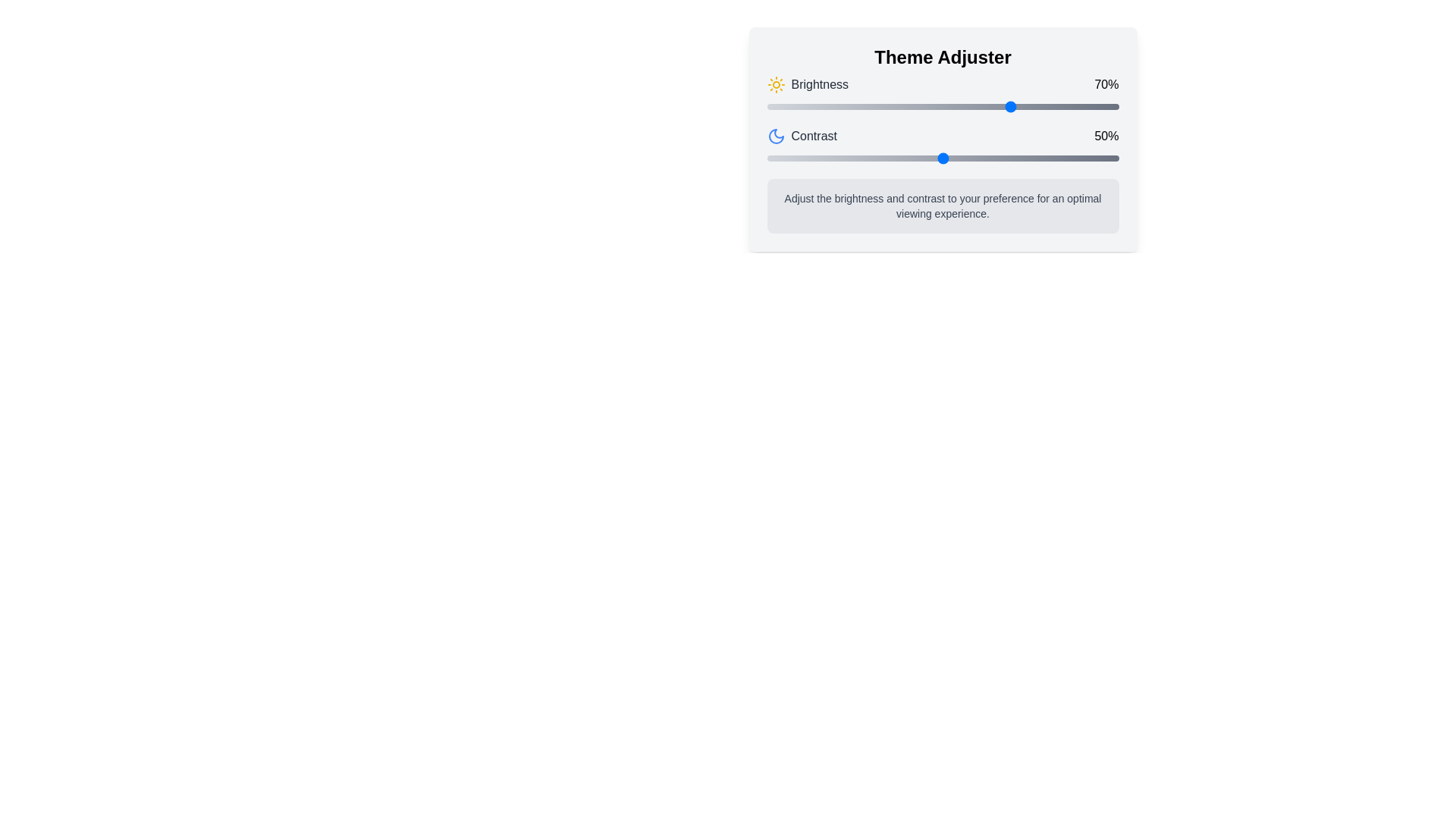 This screenshot has height=819, width=1456. Describe the element at coordinates (776, 136) in the screenshot. I see `the moon-shaped icon located in the 'Theme Adjuster' panel, which is positioned to the right of the 'Brightness' label` at that location.